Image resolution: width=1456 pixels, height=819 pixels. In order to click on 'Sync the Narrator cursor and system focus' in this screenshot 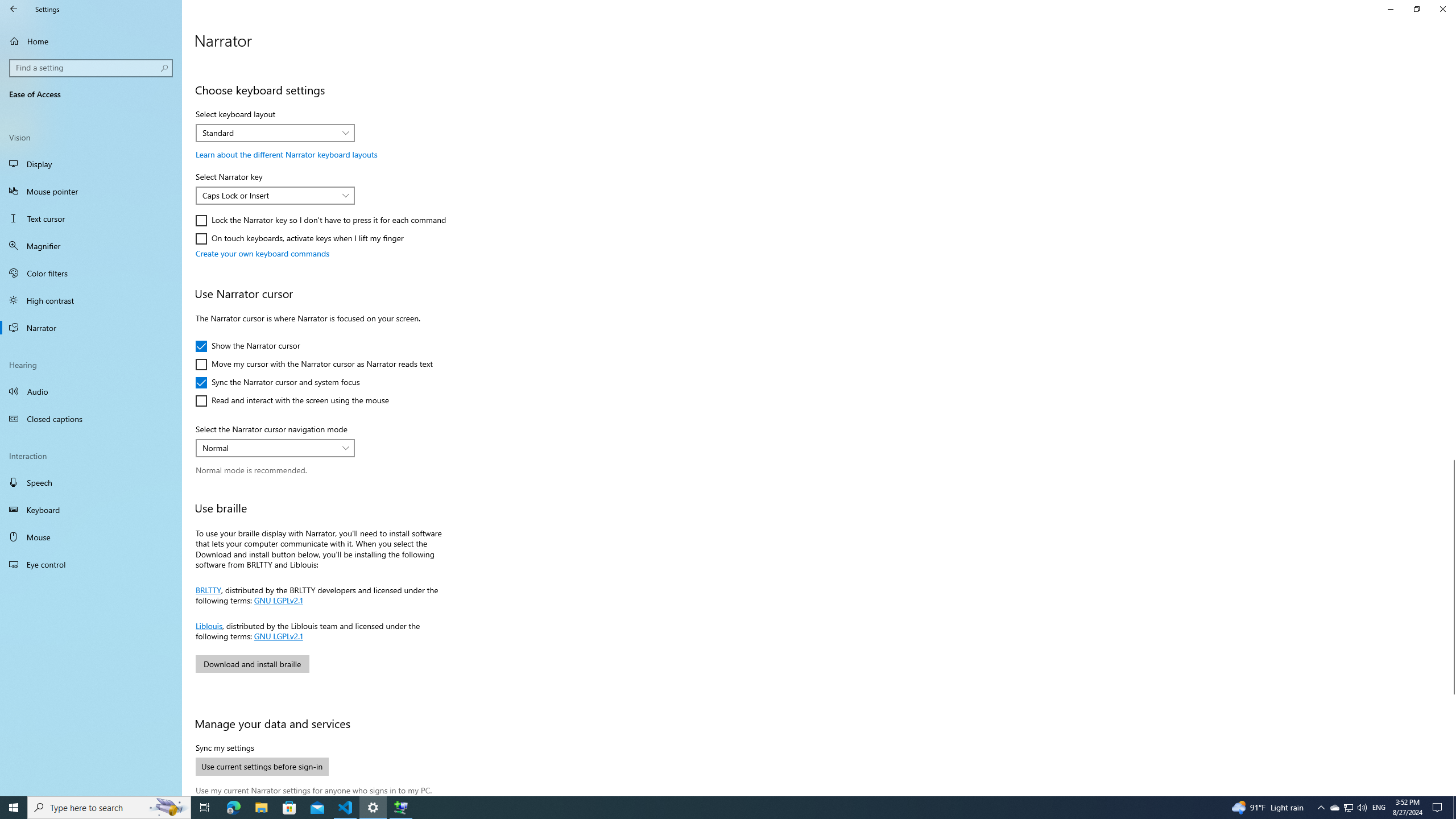, I will do `click(276, 382)`.